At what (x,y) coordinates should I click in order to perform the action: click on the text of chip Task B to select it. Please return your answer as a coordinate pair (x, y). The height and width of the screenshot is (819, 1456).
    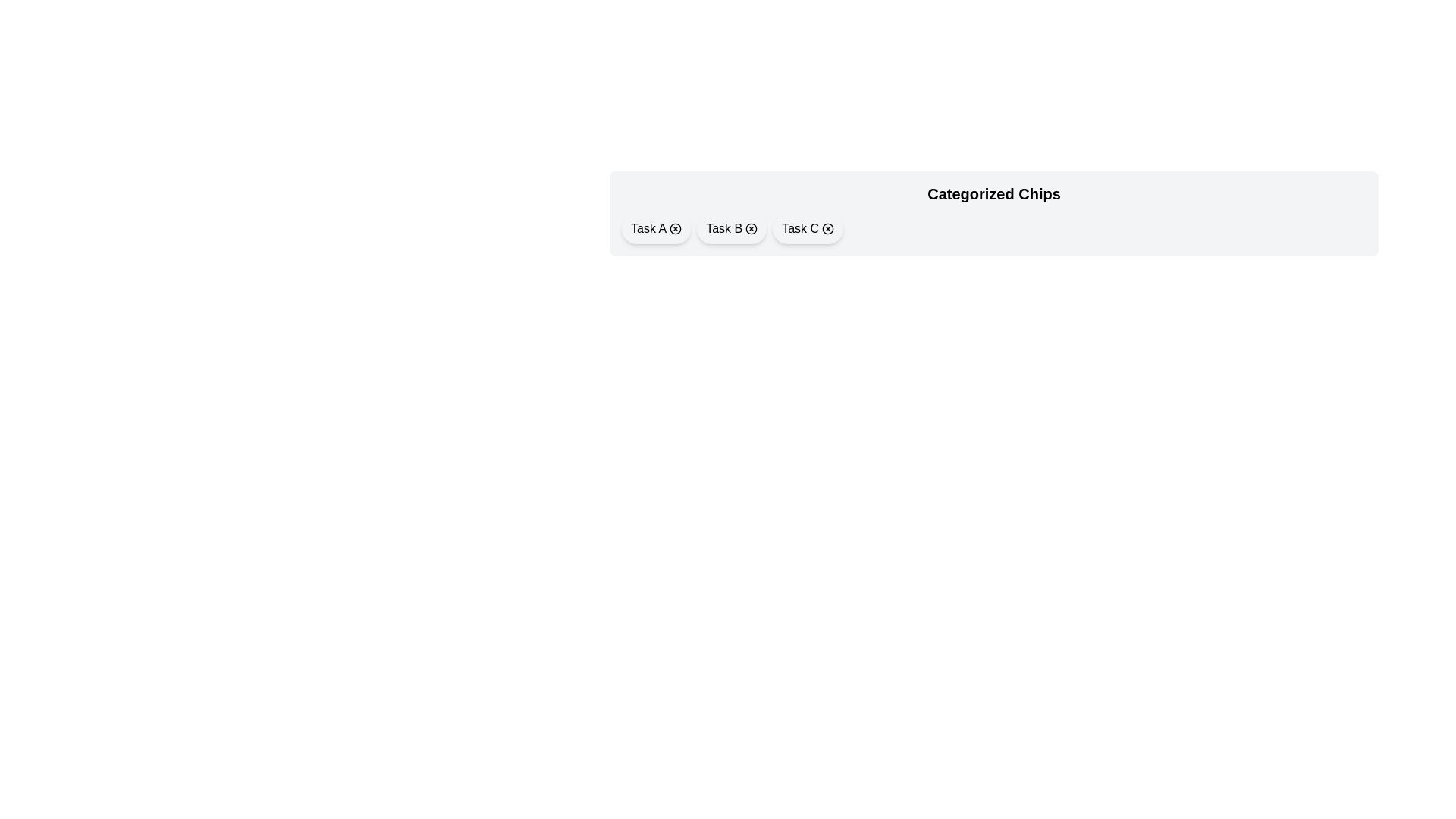
    Looking at the image, I should click on (723, 228).